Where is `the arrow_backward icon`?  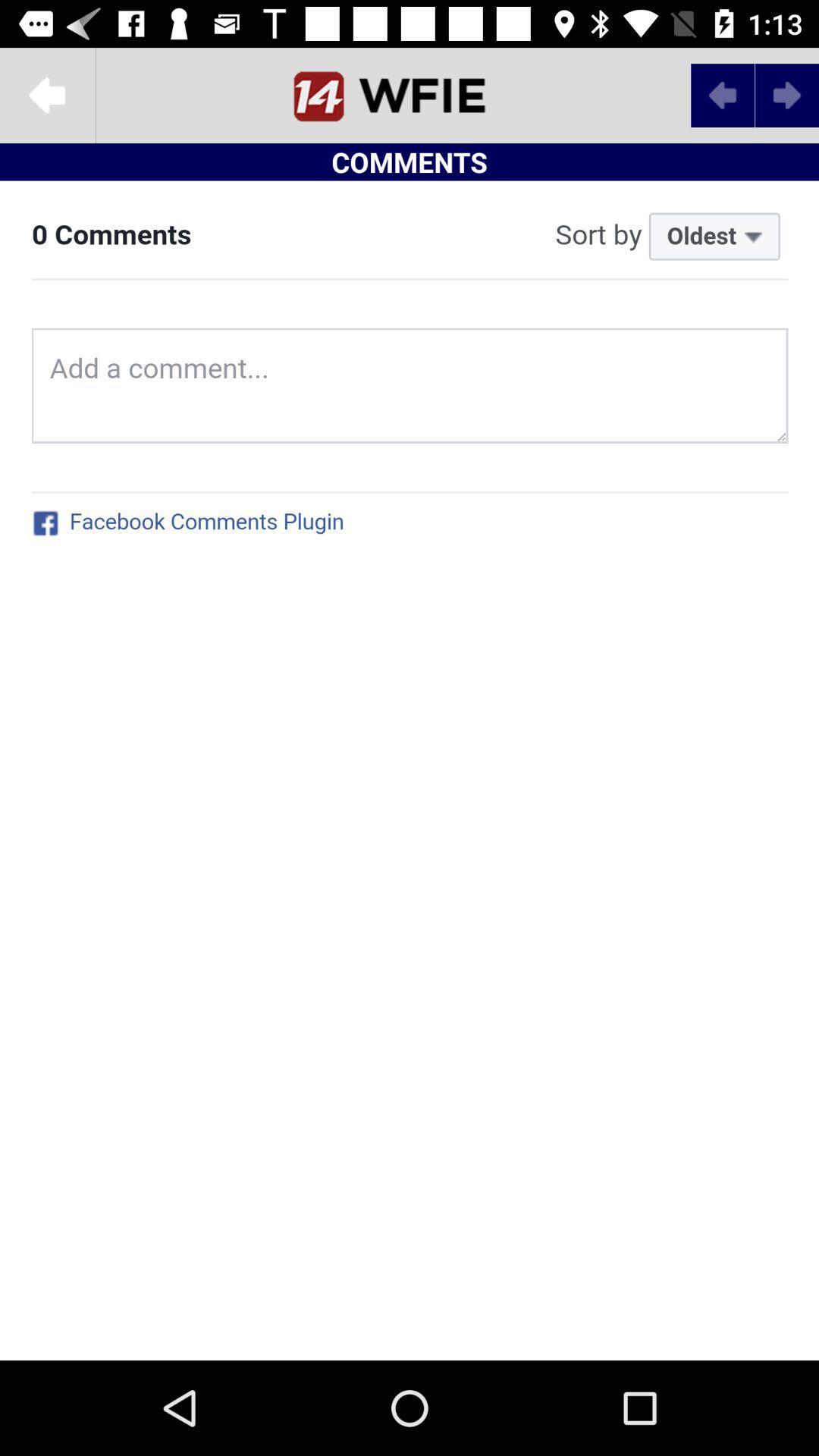
the arrow_backward icon is located at coordinates (46, 94).